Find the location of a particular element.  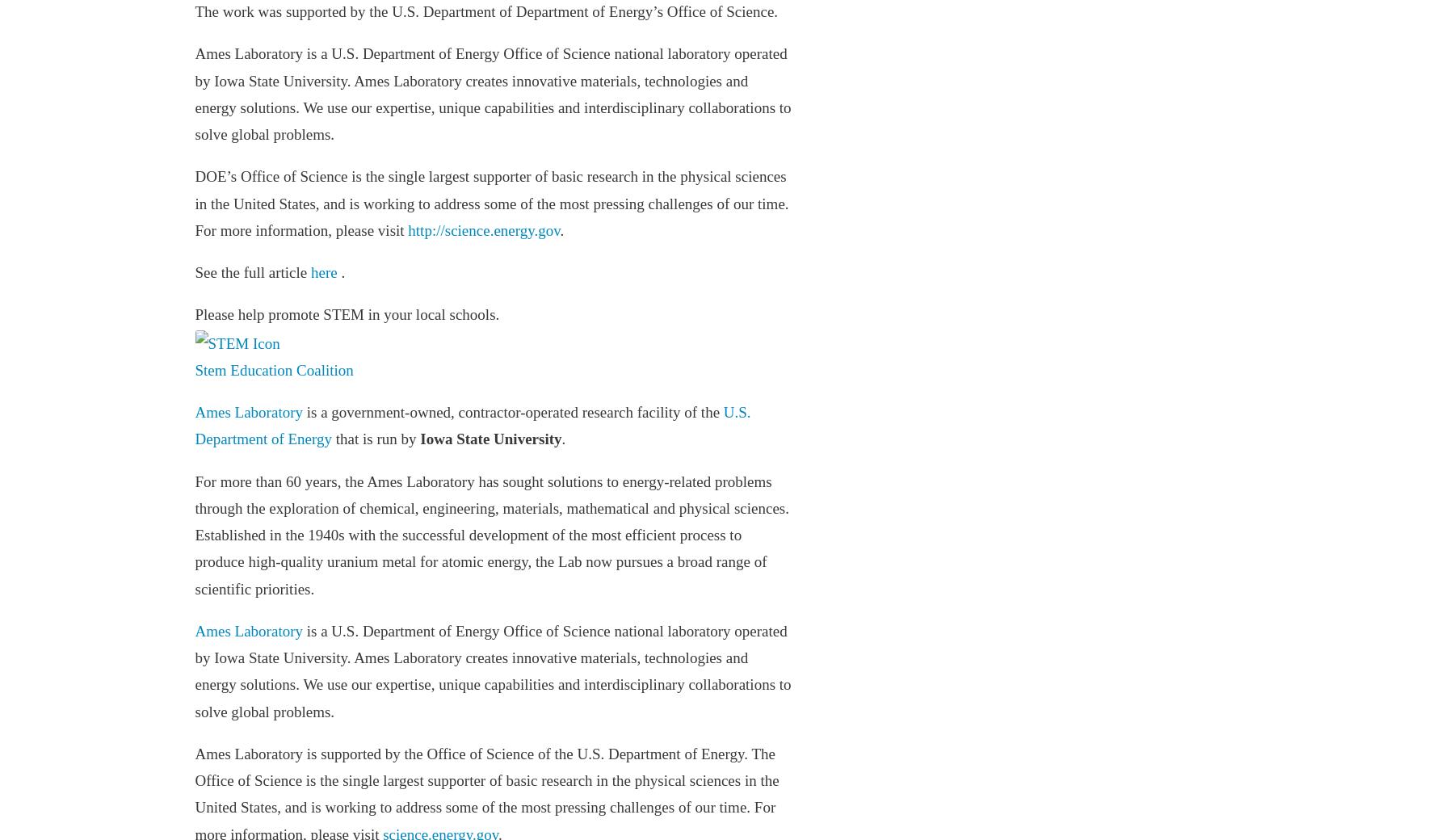

'here' is located at coordinates (324, 271).